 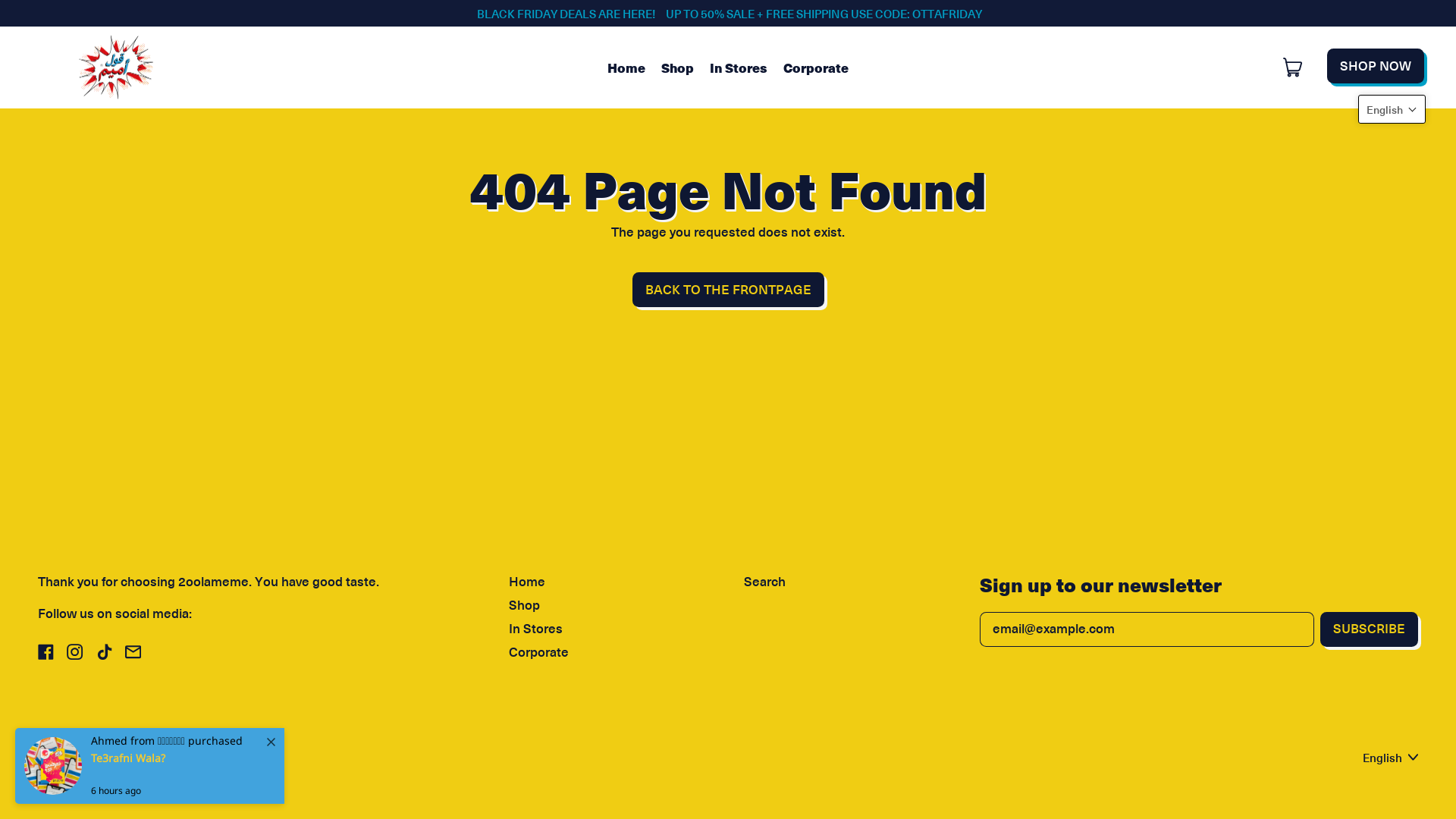 I want to click on 'Facebook', so click(x=37, y=654).